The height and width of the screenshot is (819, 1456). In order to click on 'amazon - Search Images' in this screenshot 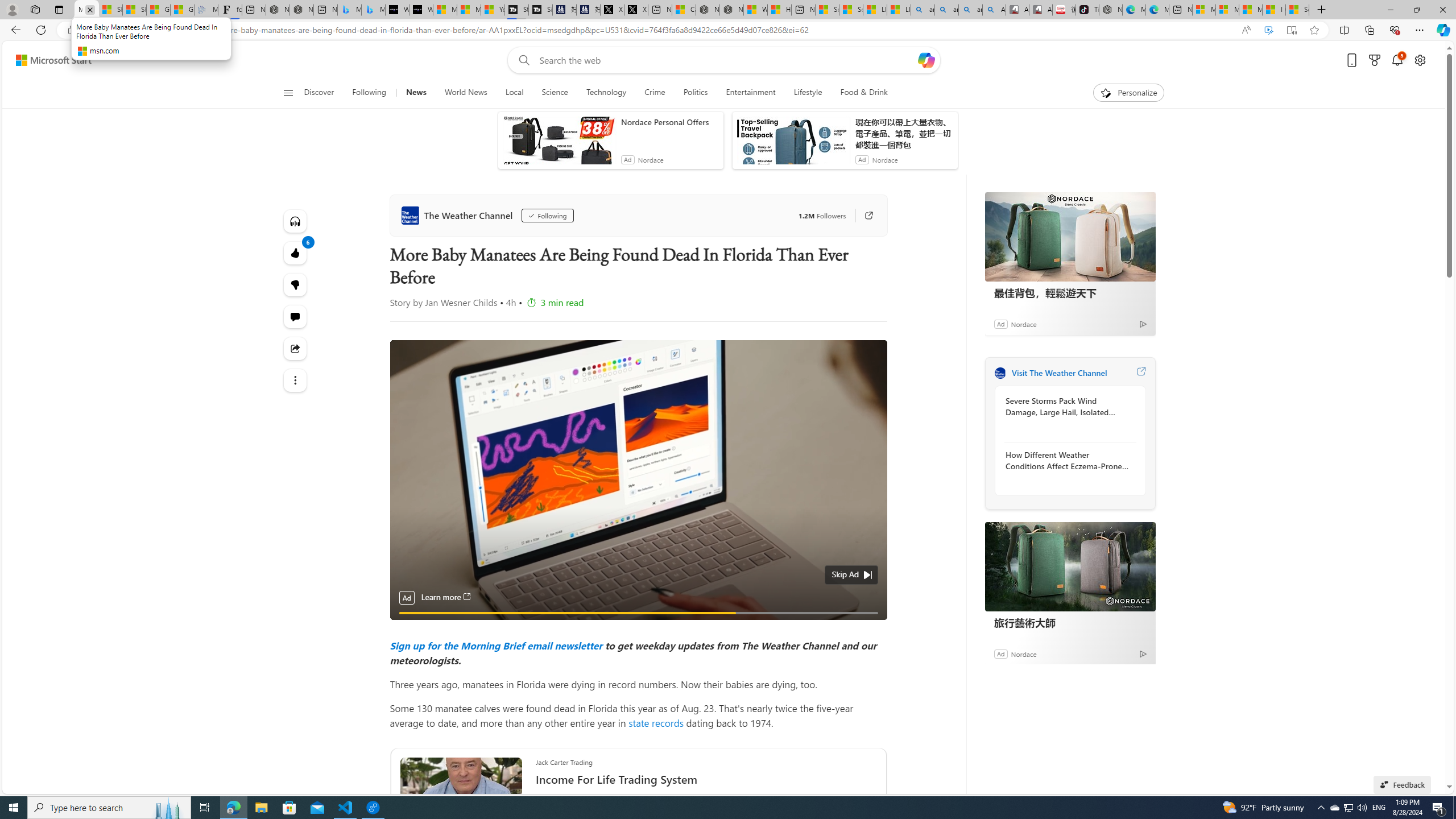, I will do `click(970, 9)`.